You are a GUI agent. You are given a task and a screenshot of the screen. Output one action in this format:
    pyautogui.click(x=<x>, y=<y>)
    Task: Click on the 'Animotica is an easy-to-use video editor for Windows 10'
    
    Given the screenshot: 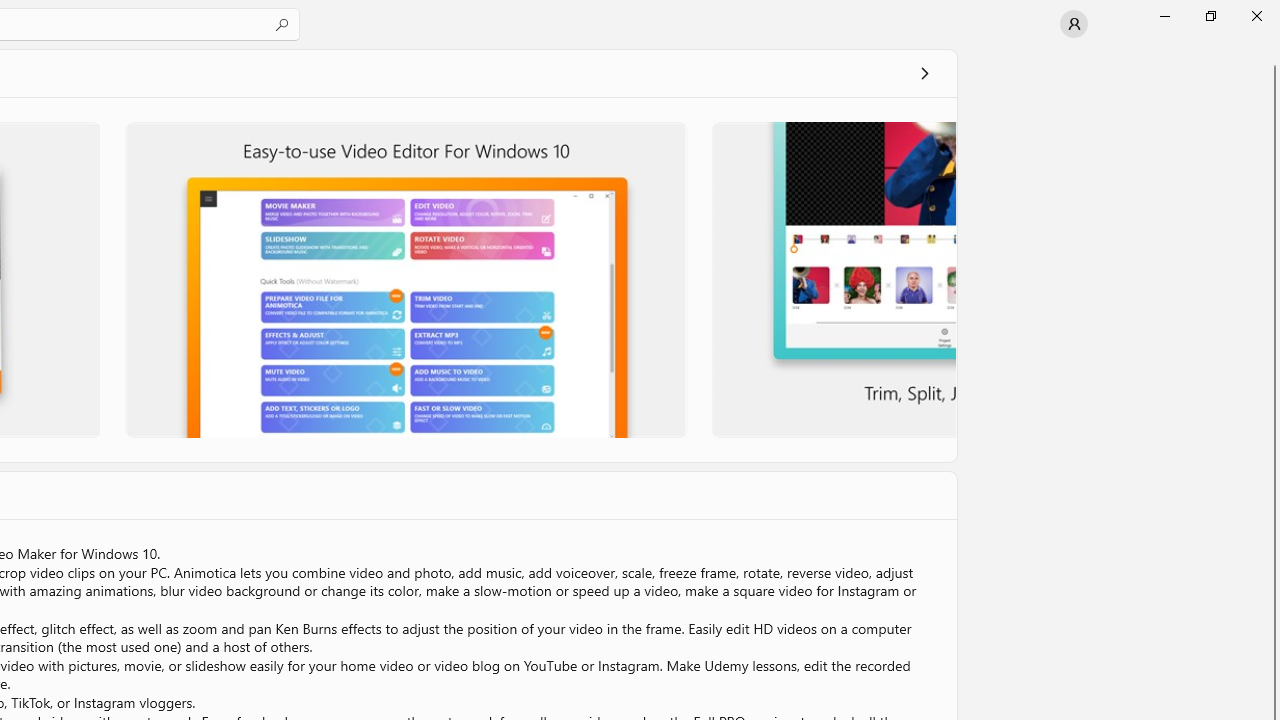 What is the action you would take?
    pyautogui.click(x=405, y=279)
    